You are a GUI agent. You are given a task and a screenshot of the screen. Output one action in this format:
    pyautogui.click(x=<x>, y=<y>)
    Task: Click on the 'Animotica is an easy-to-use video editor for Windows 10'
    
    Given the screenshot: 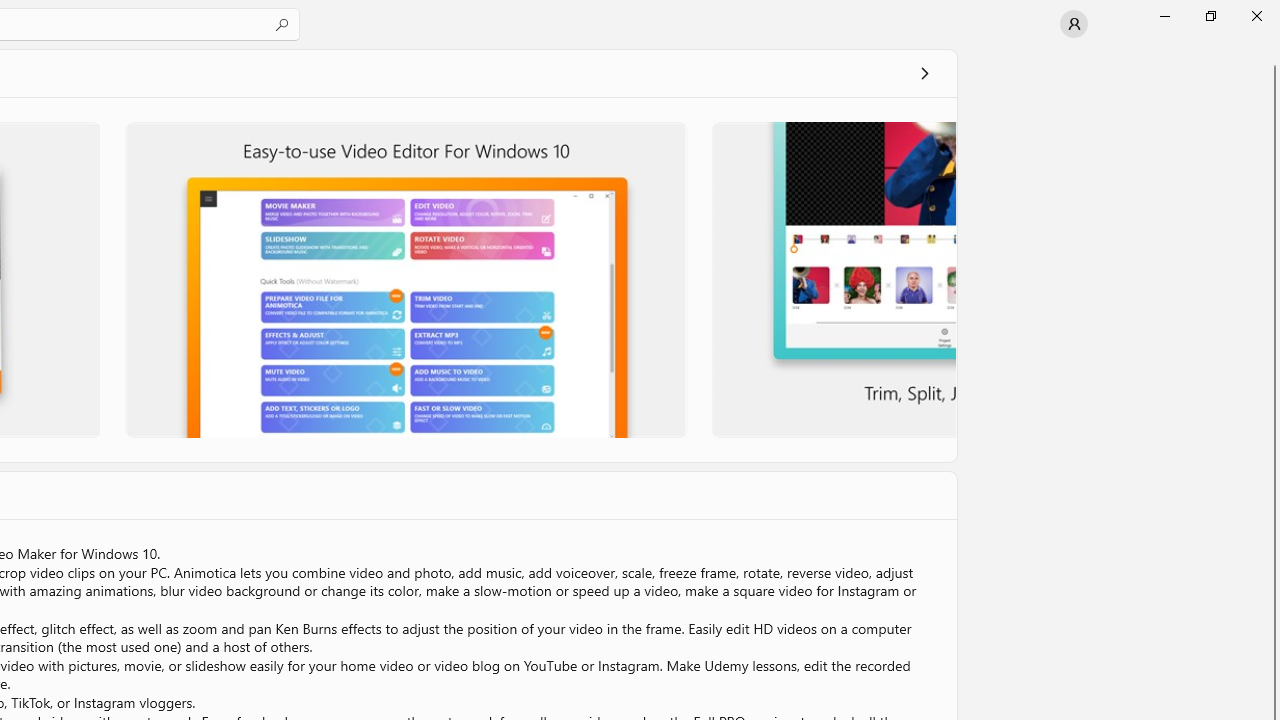 What is the action you would take?
    pyautogui.click(x=405, y=279)
    